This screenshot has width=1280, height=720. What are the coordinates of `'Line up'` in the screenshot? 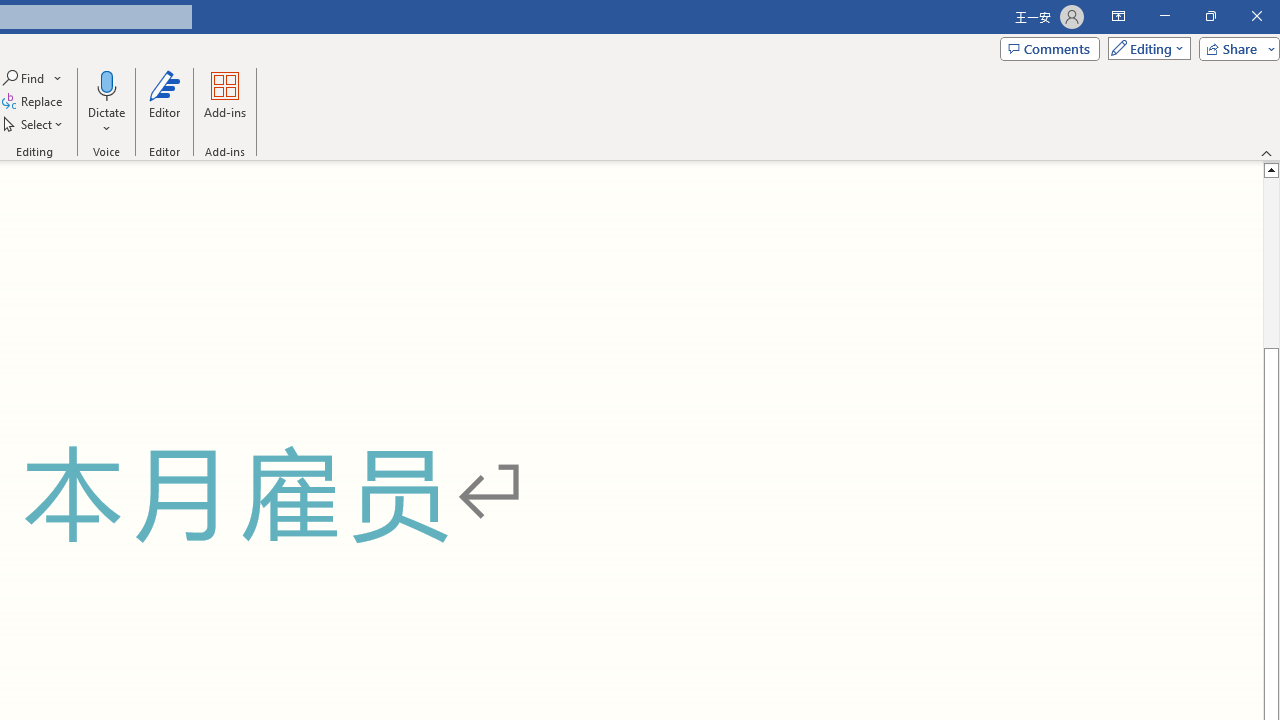 It's located at (1270, 168).